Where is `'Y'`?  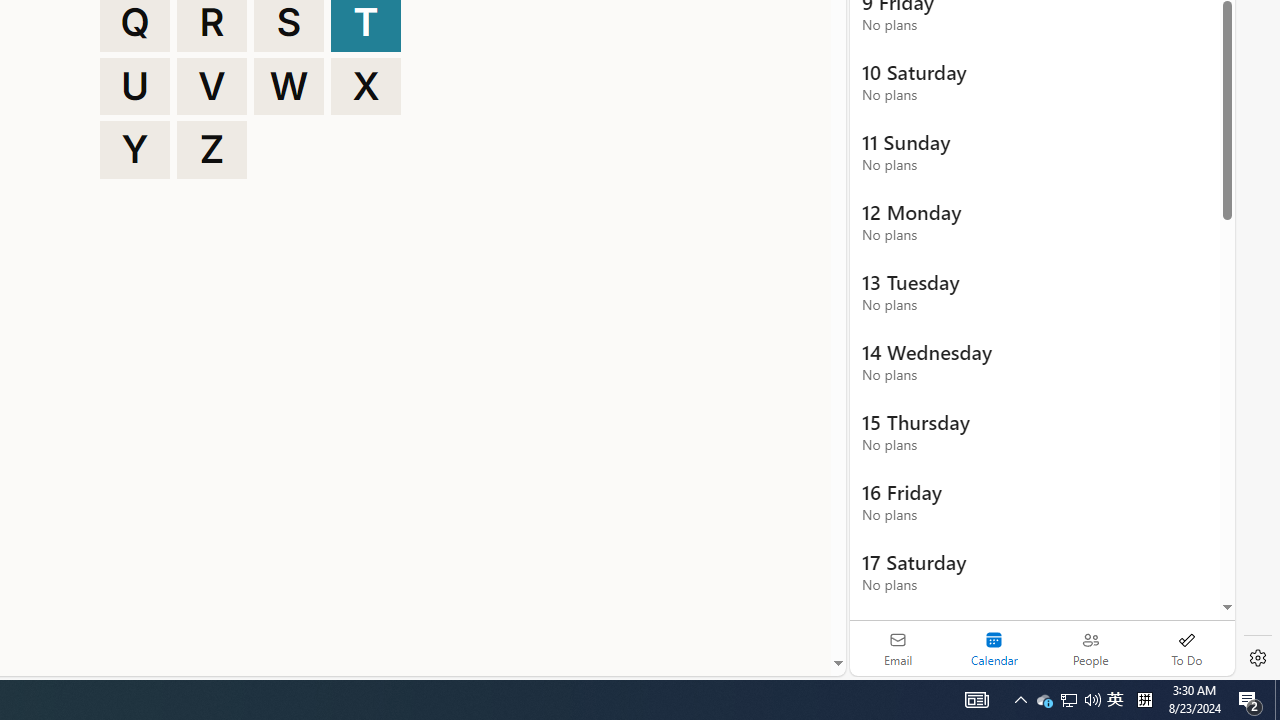 'Y' is located at coordinates (134, 149).